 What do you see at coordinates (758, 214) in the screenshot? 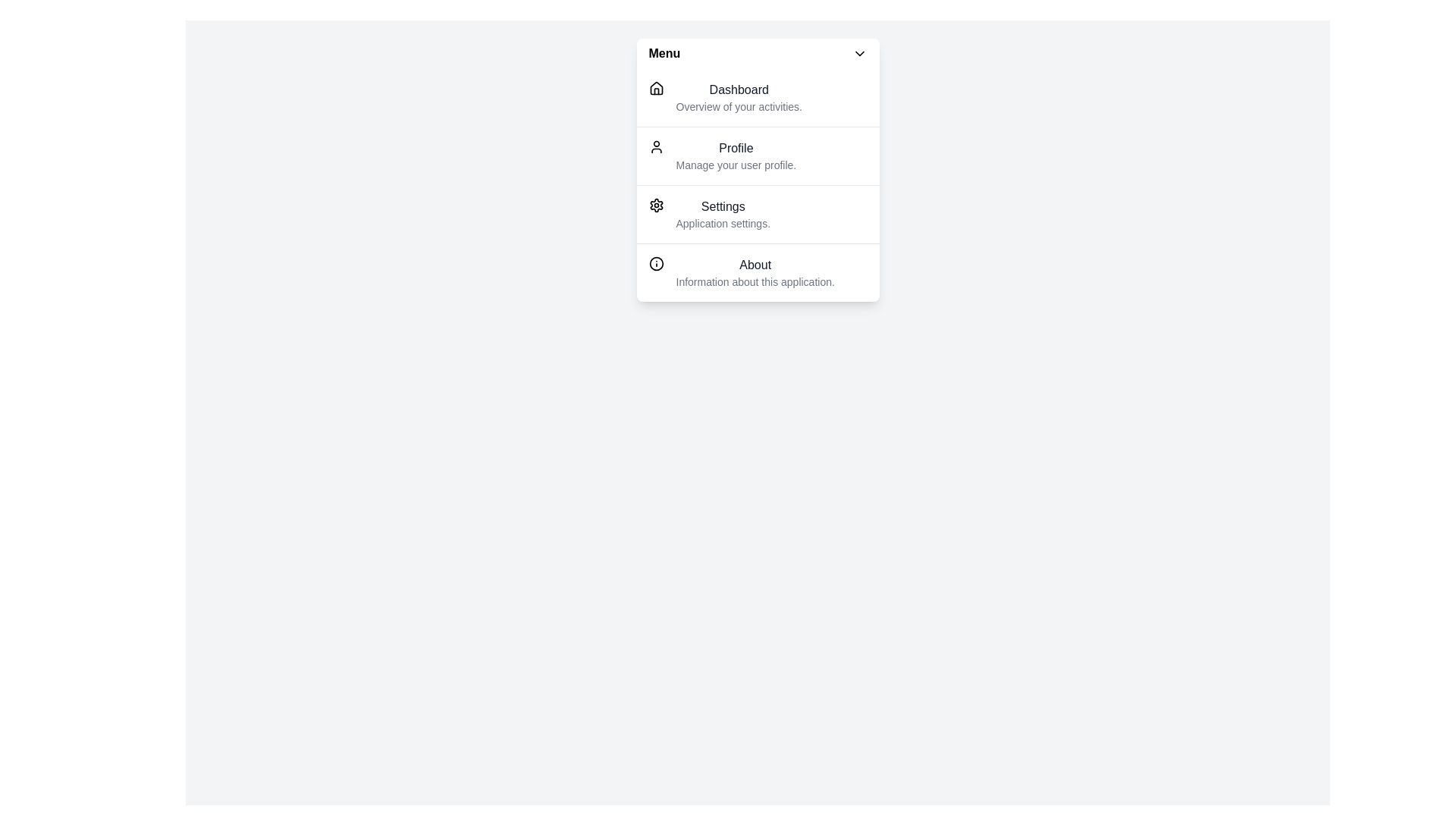
I see `the menu item labeled Settings` at bounding box center [758, 214].